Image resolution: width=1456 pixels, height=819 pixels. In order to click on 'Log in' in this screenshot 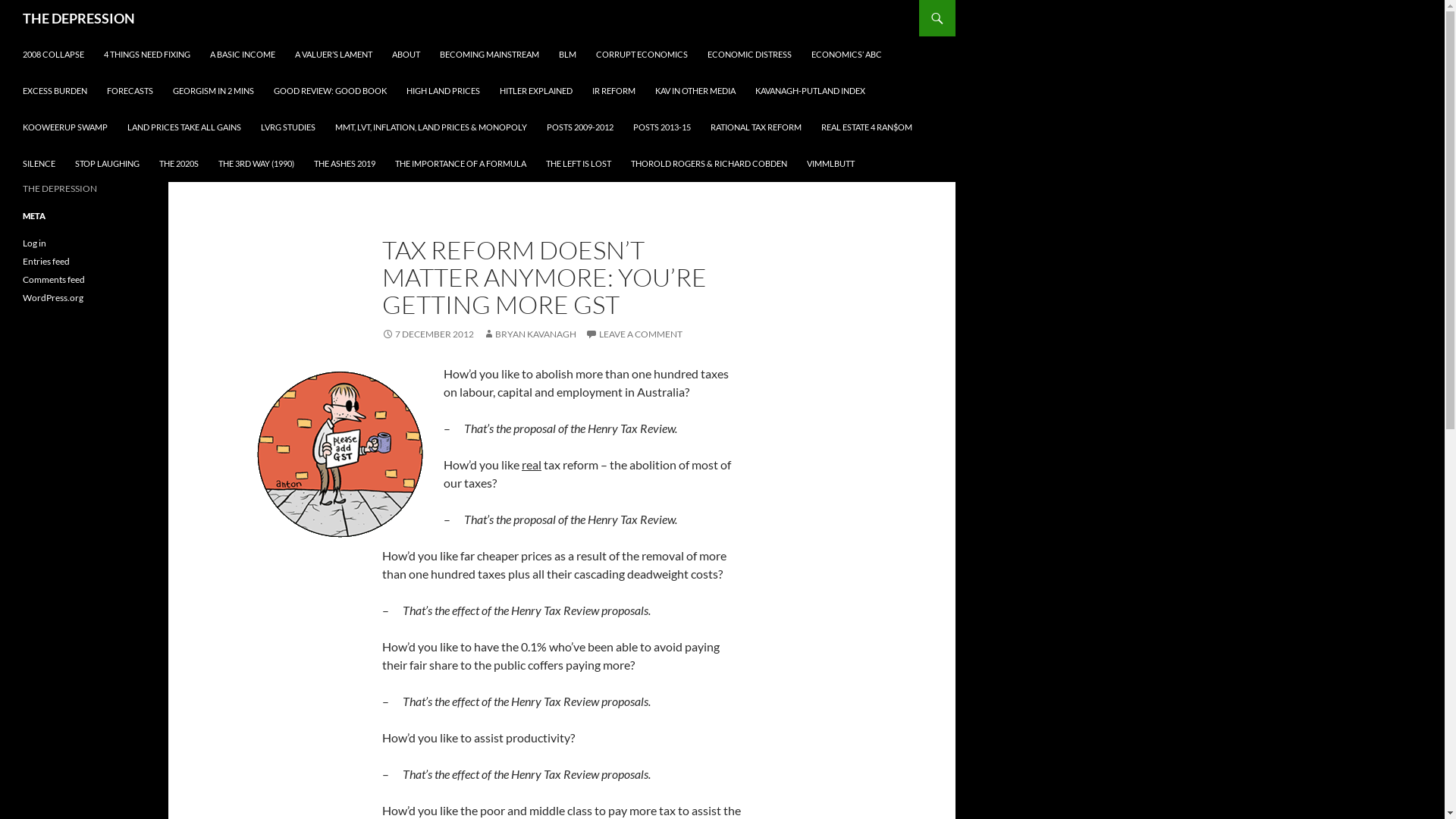, I will do `click(22, 242)`.